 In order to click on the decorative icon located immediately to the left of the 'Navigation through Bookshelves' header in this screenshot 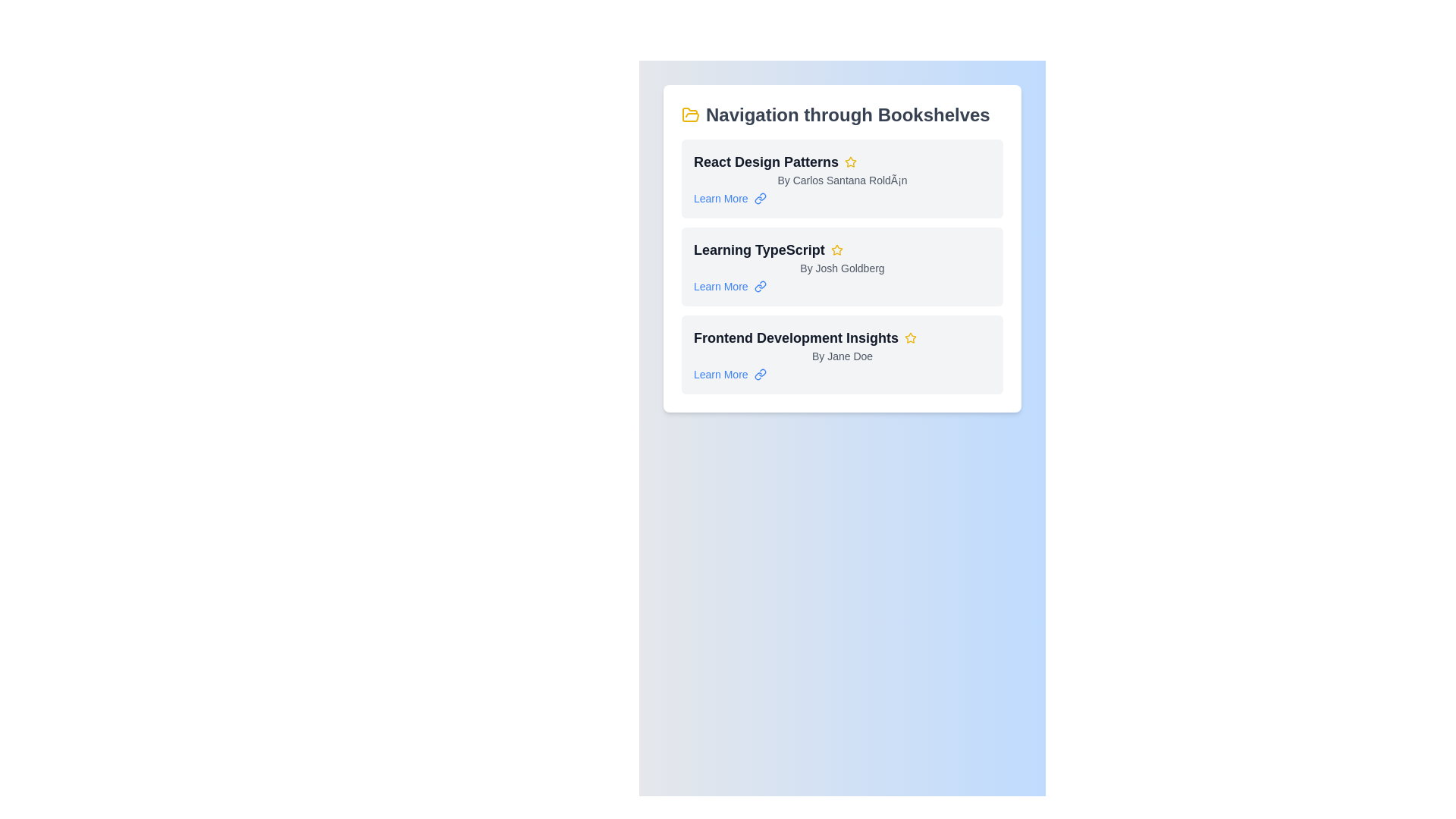, I will do `click(690, 113)`.